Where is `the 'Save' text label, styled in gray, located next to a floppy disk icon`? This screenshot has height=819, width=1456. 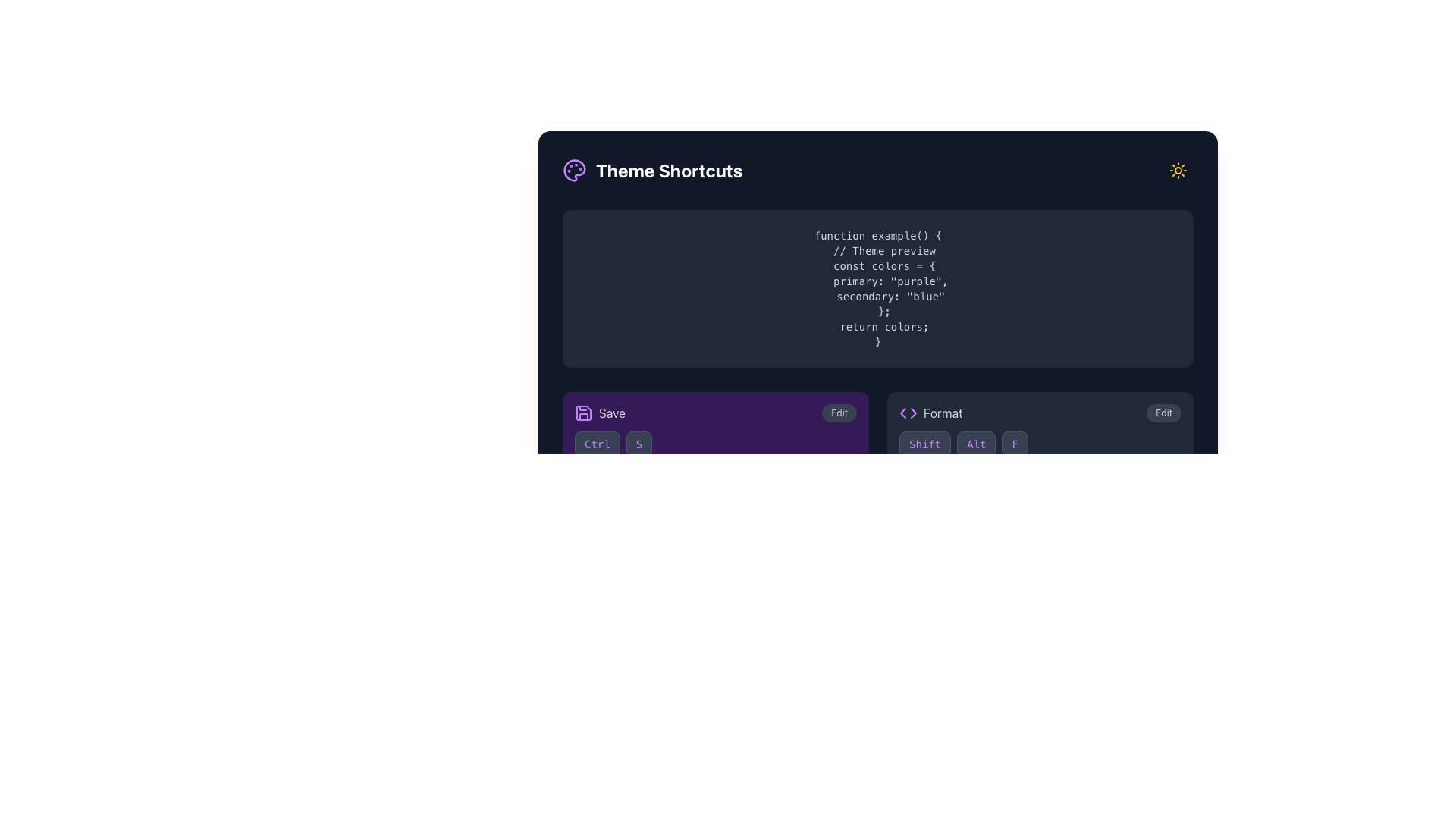
the 'Save' text label, styled in gray, located next to a floppy disk icon is located at coordinates (612, 413).